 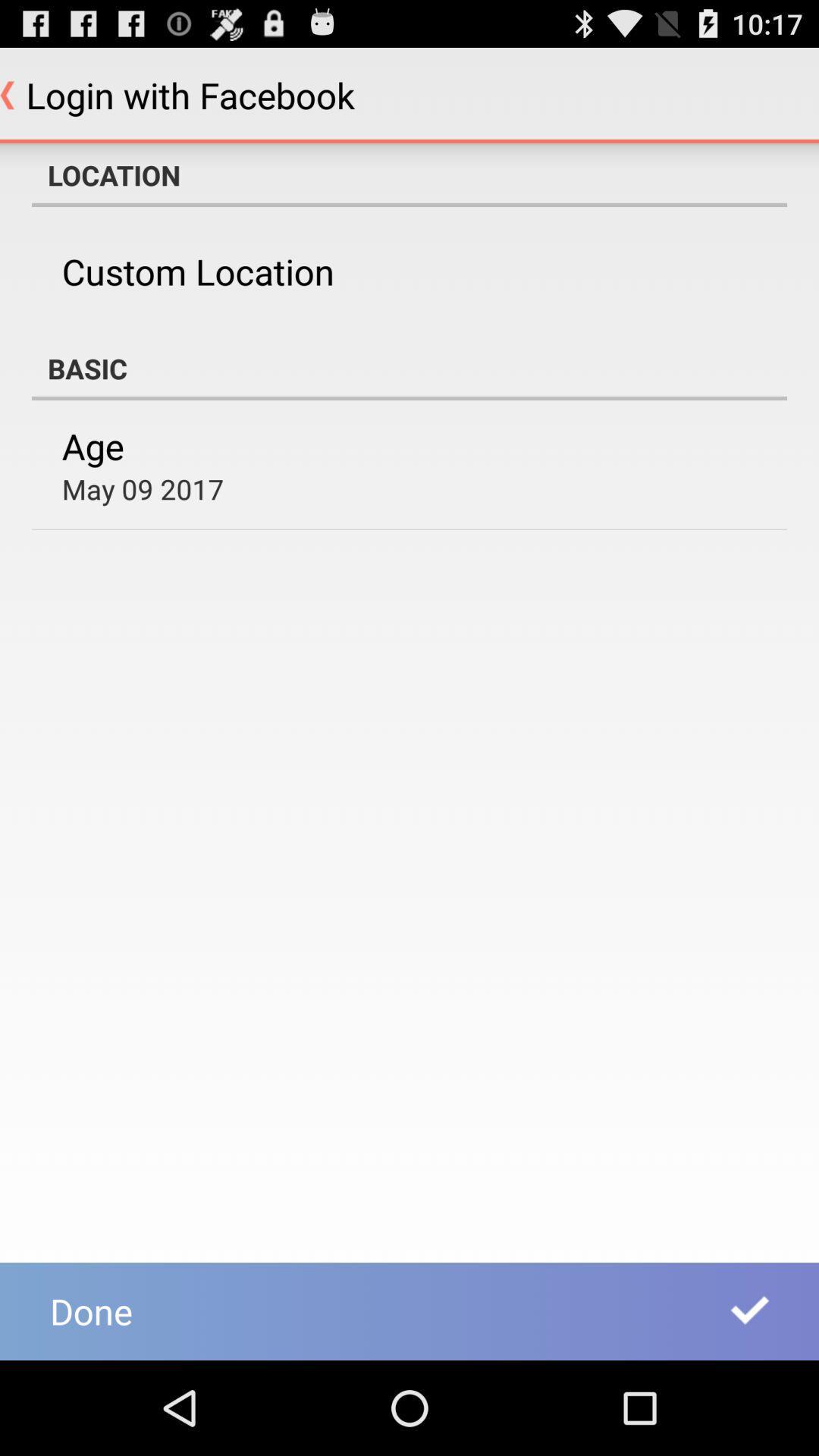 What do you see at coordinates (93, 445) in the screenshot?
I see `age icon` at bounding box center [93, 445].